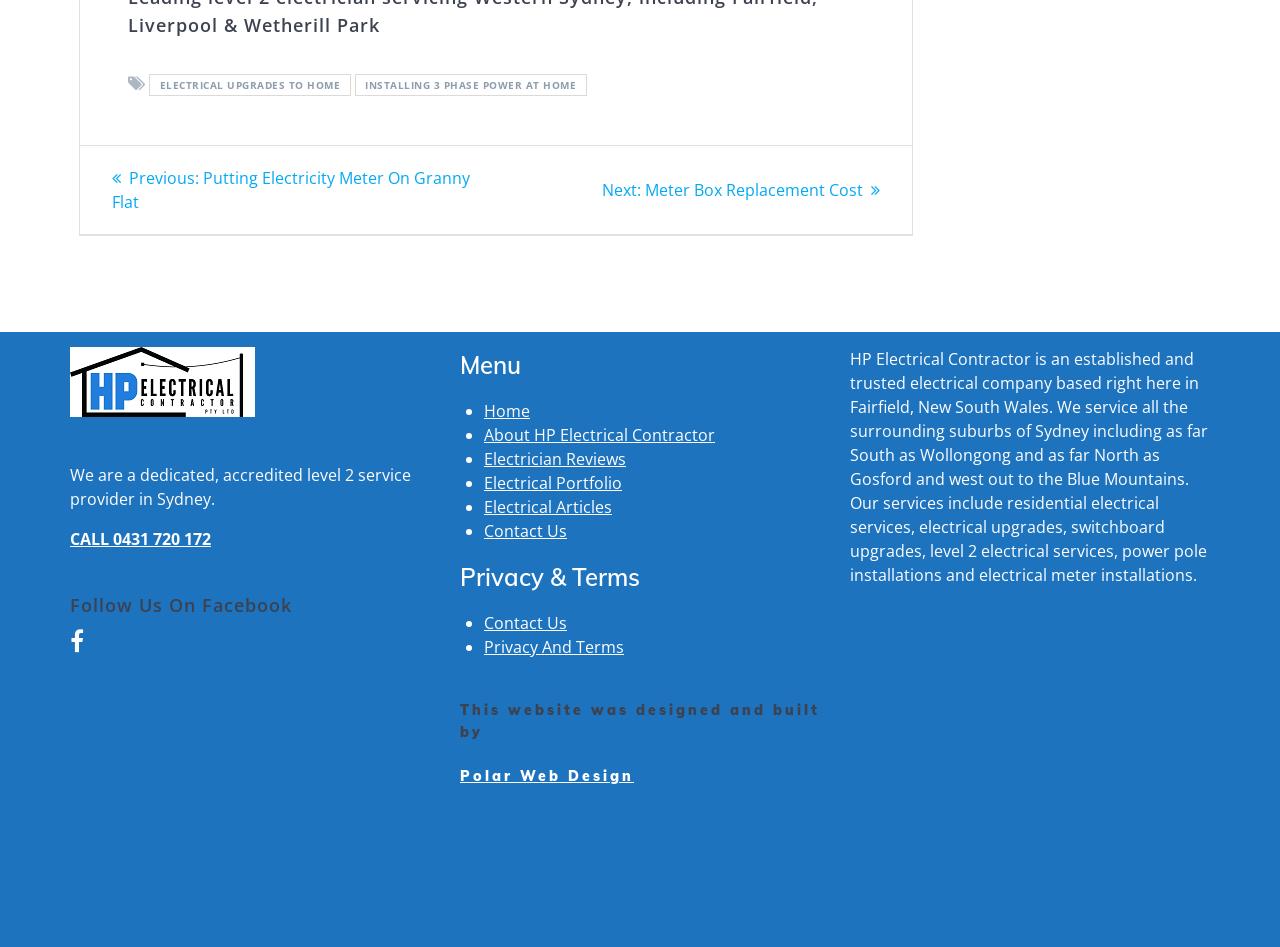  I want to click on 'Home', so click(483, 409).